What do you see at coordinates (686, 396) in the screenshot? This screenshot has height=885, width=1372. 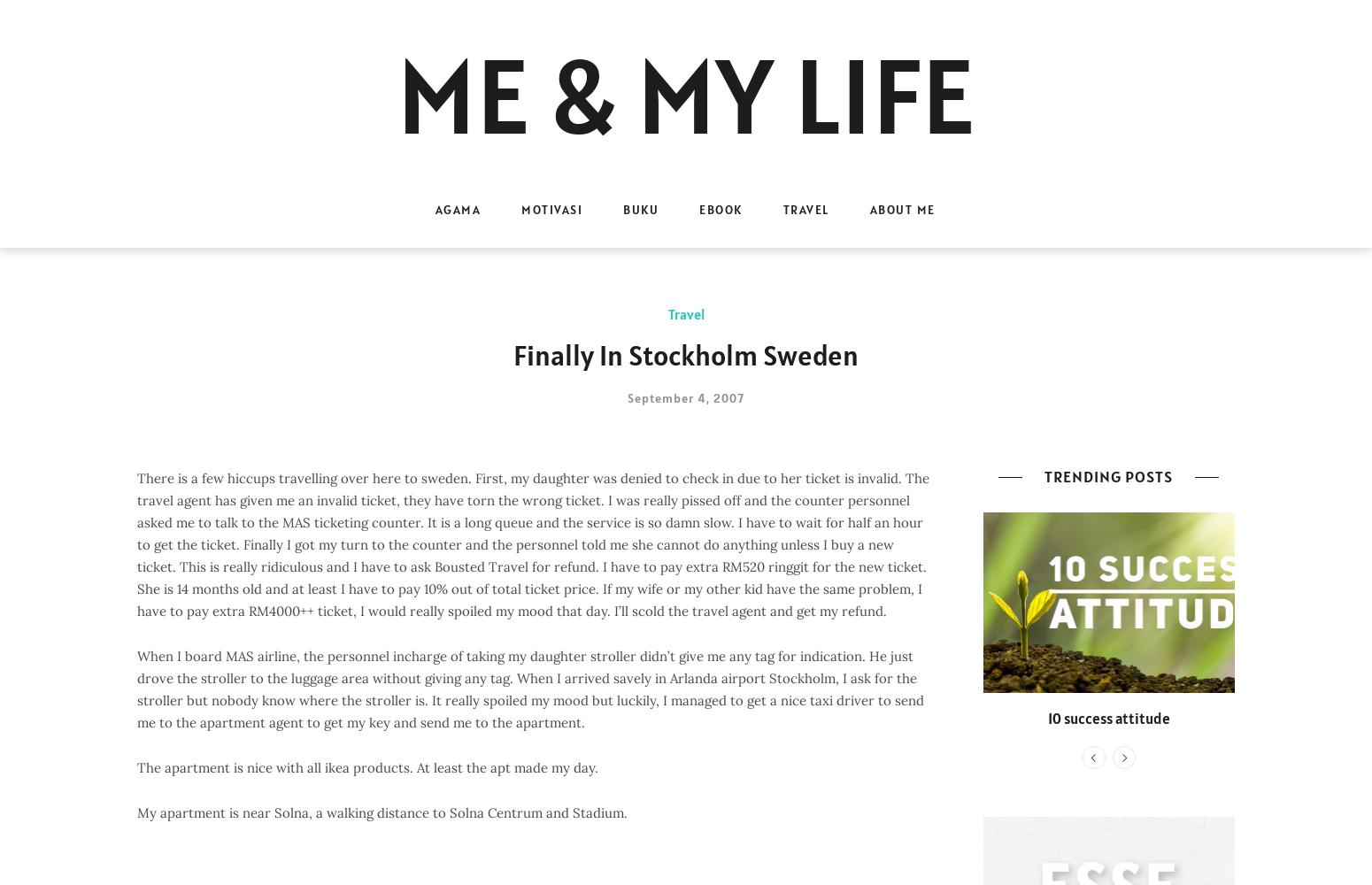 I see `'September 4, 2007'` at bounding box center [686, 396].